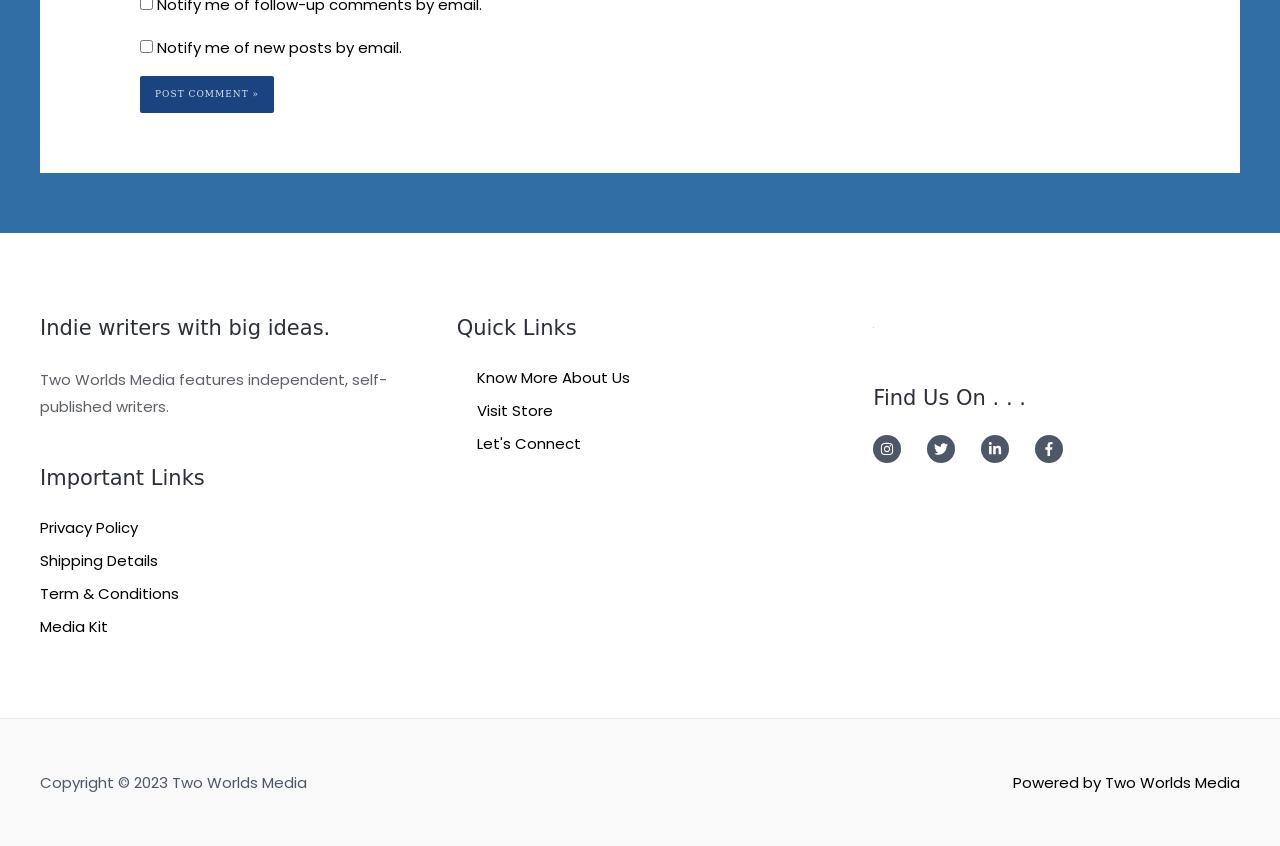 The image size is (1280, 846). What do you see at coordinates (528, 441) in the screenshot?
I see `'Let's Connect'` at bounding box center [528, 441].